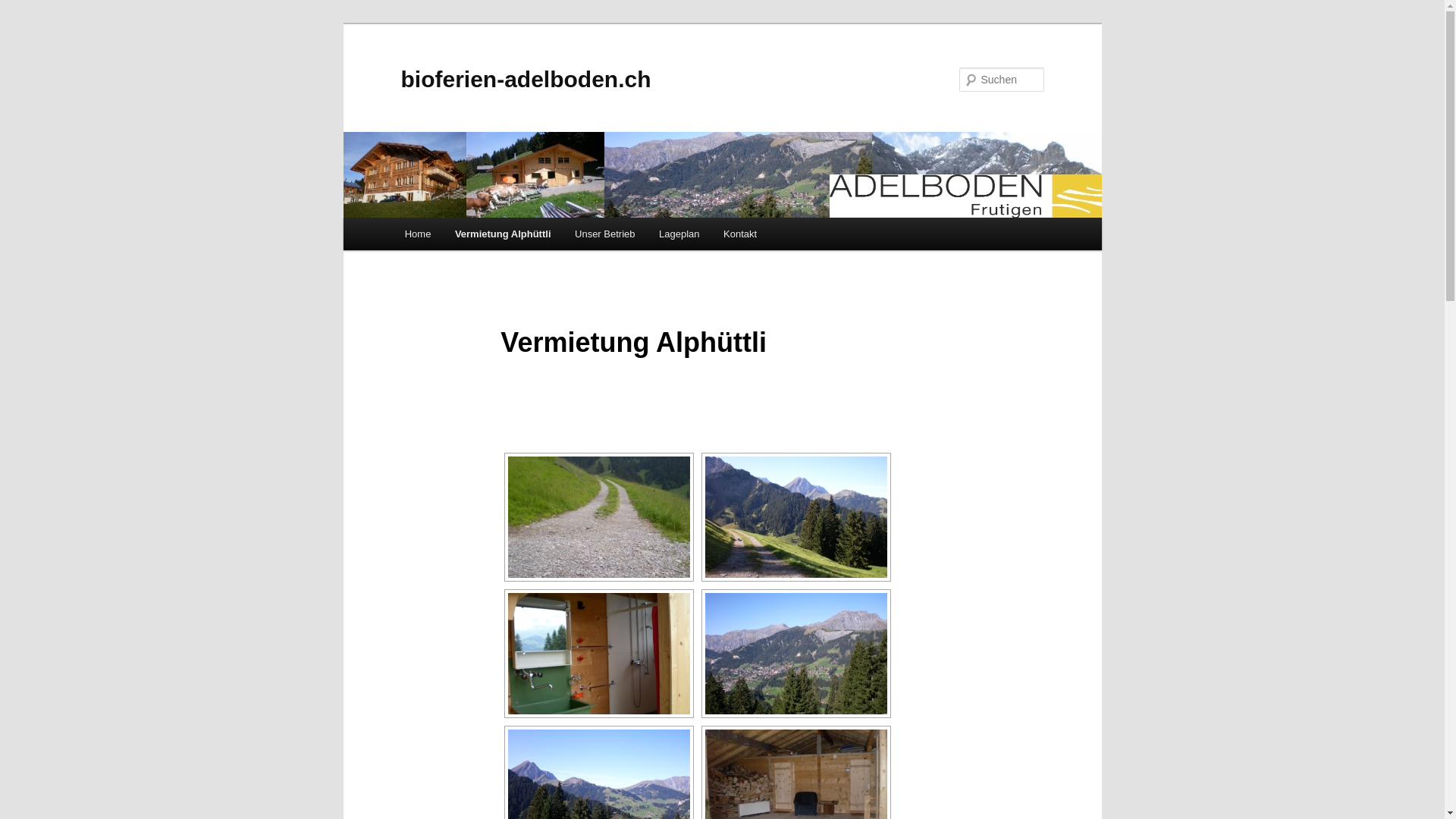  I want to click on 'Kontakt', so click(739, 234).